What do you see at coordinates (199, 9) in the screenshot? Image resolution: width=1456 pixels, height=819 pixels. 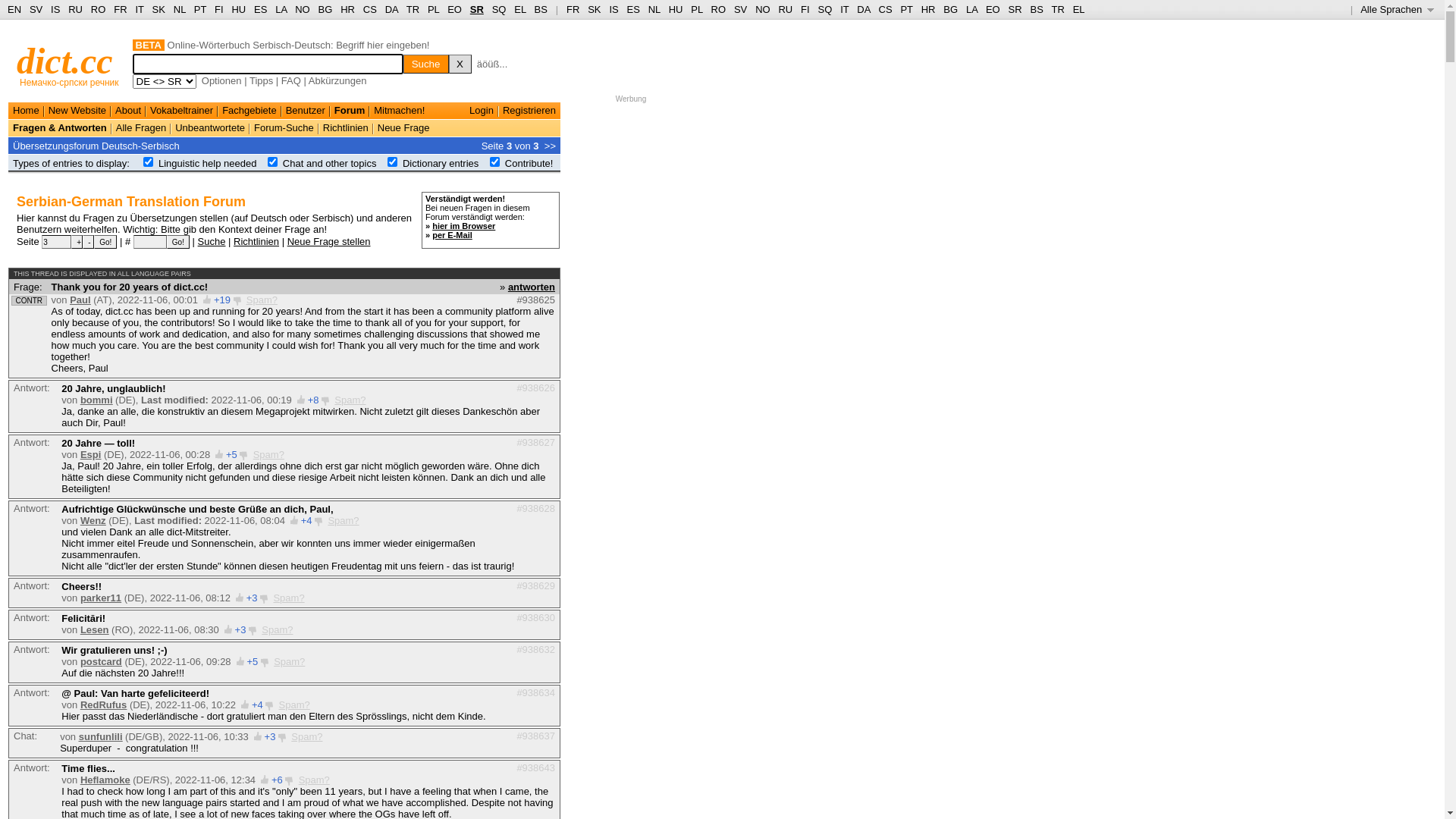 I see `'PT'` at bounding box center [199, 9].